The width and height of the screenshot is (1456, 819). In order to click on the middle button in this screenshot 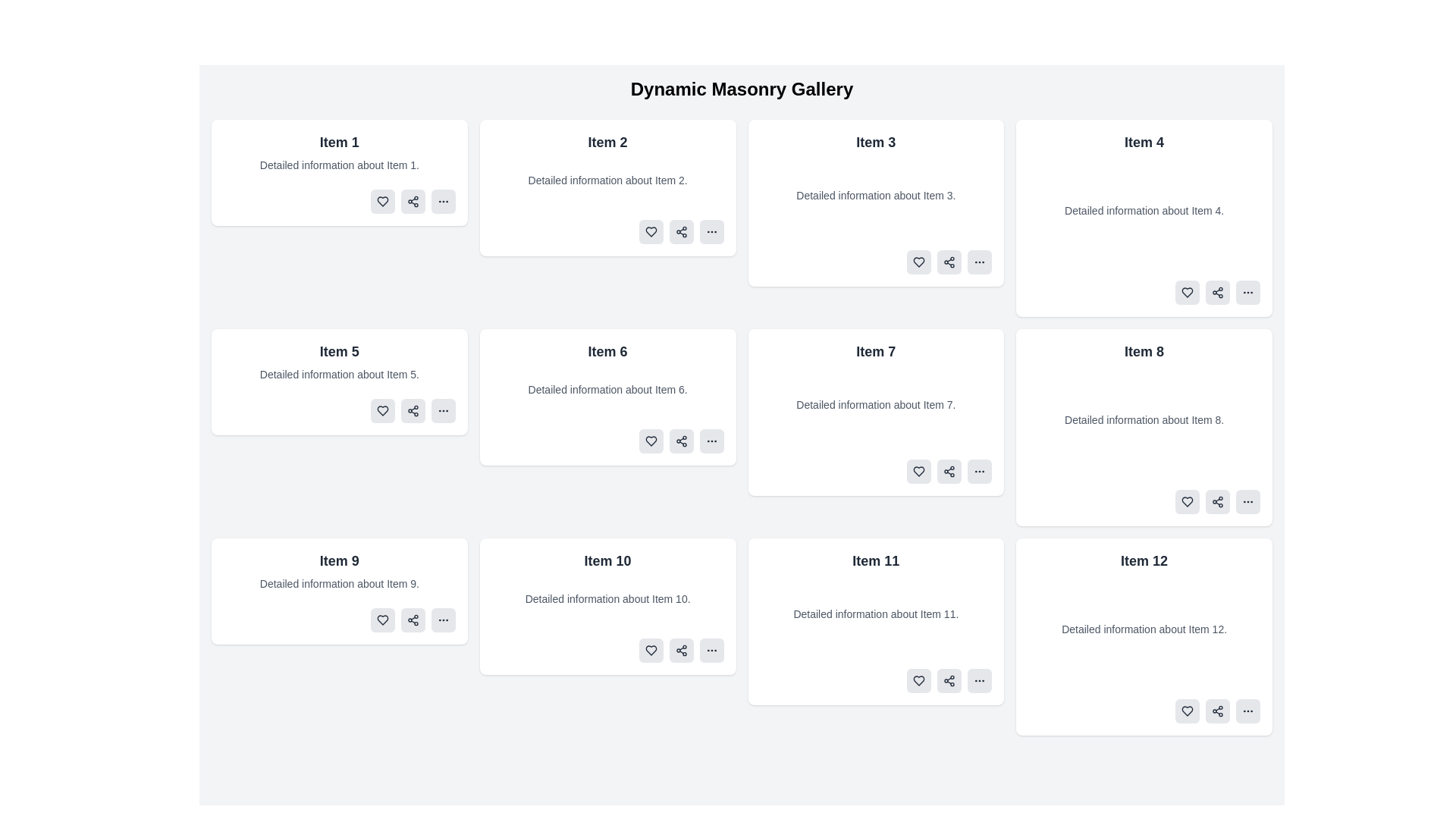, I will do `click(680, 441)`.